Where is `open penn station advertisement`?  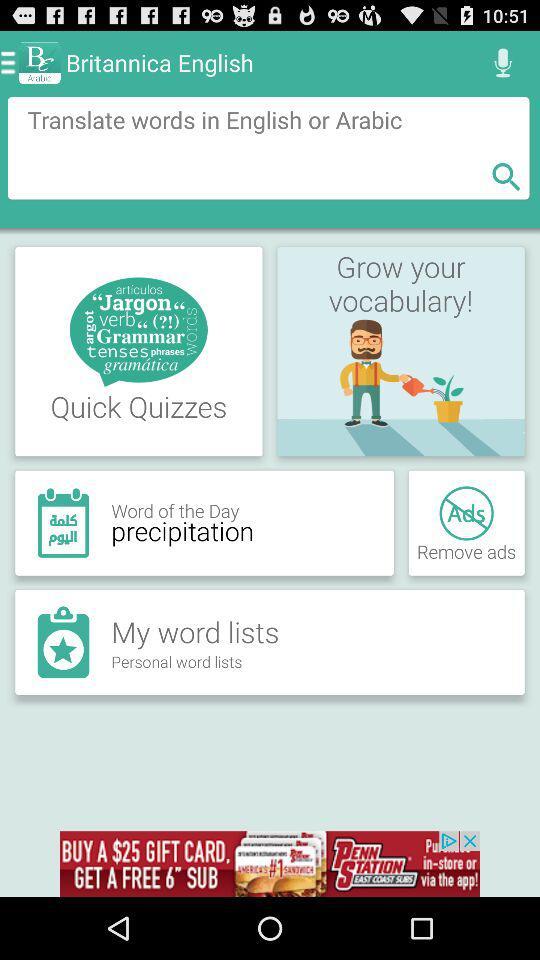 open penn station advertisement is located at coordinates (270, 863).